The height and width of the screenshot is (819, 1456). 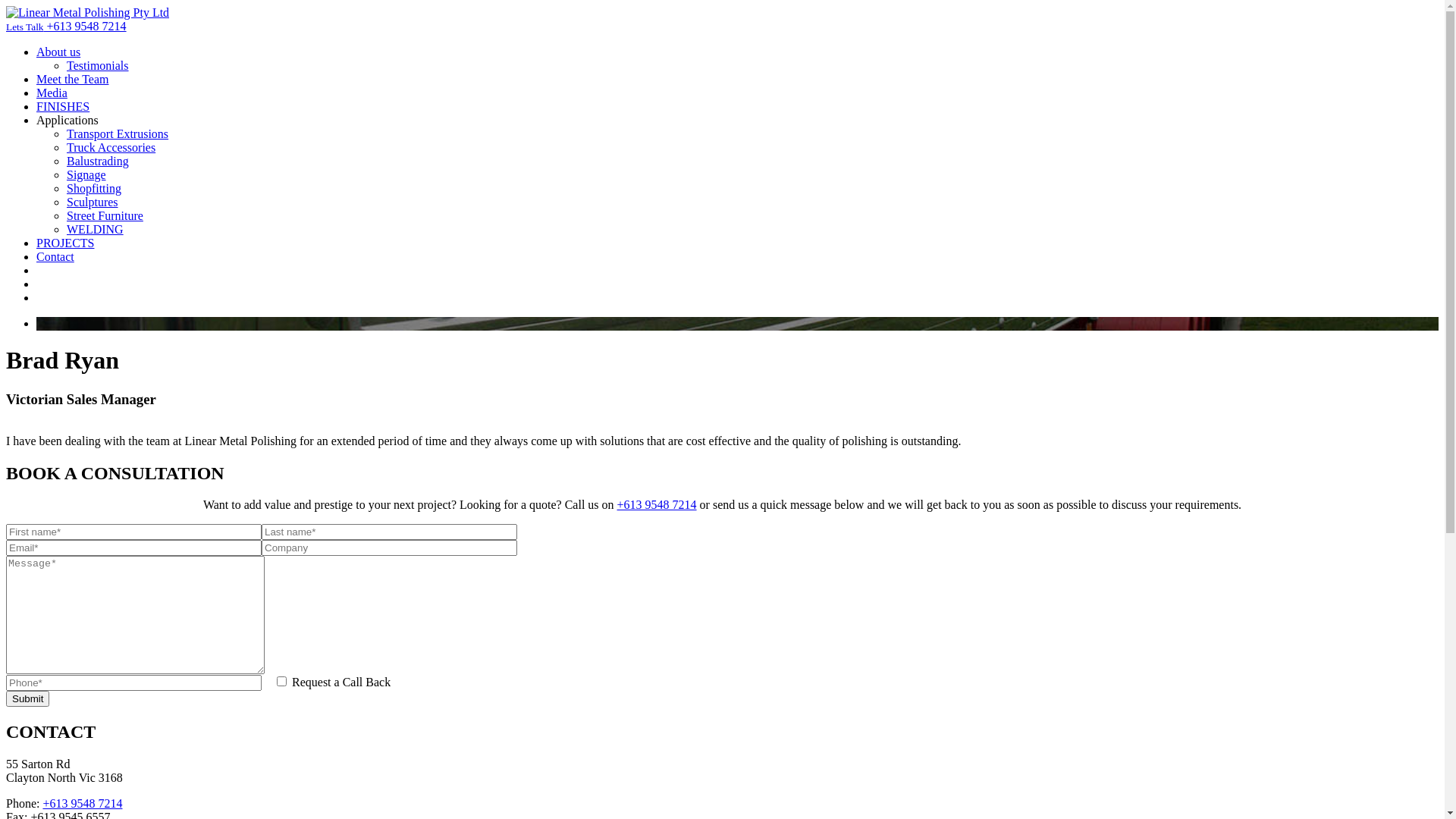 I want to click on 'Meet the Team', so click(x=71, y=79).